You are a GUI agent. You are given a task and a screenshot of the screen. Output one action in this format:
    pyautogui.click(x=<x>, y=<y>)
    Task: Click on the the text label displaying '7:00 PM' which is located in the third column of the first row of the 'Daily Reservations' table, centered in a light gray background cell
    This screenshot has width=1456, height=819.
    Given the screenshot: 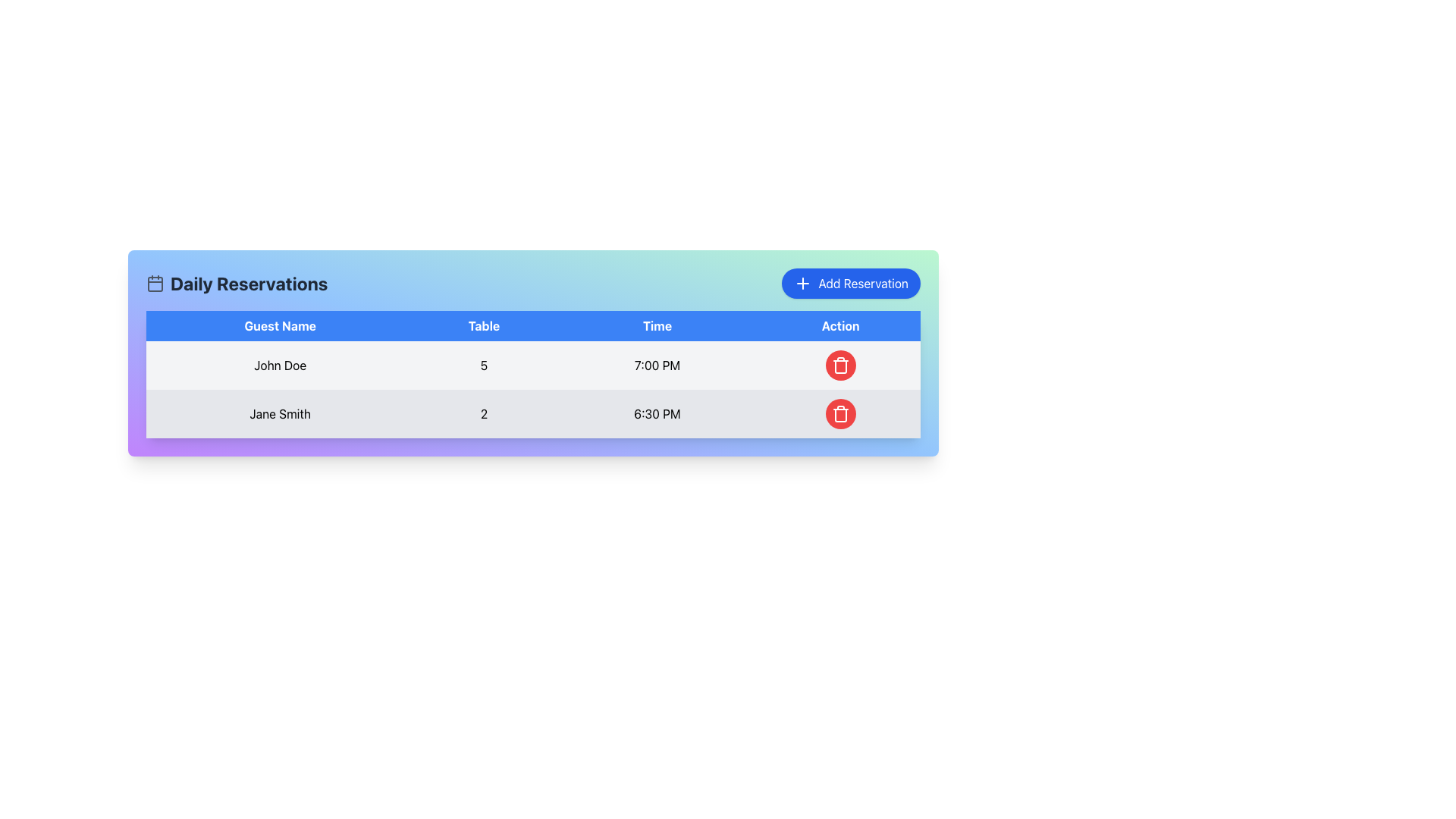 What is the action you would take?
    pyautogui.click(x=657, y=366)
    